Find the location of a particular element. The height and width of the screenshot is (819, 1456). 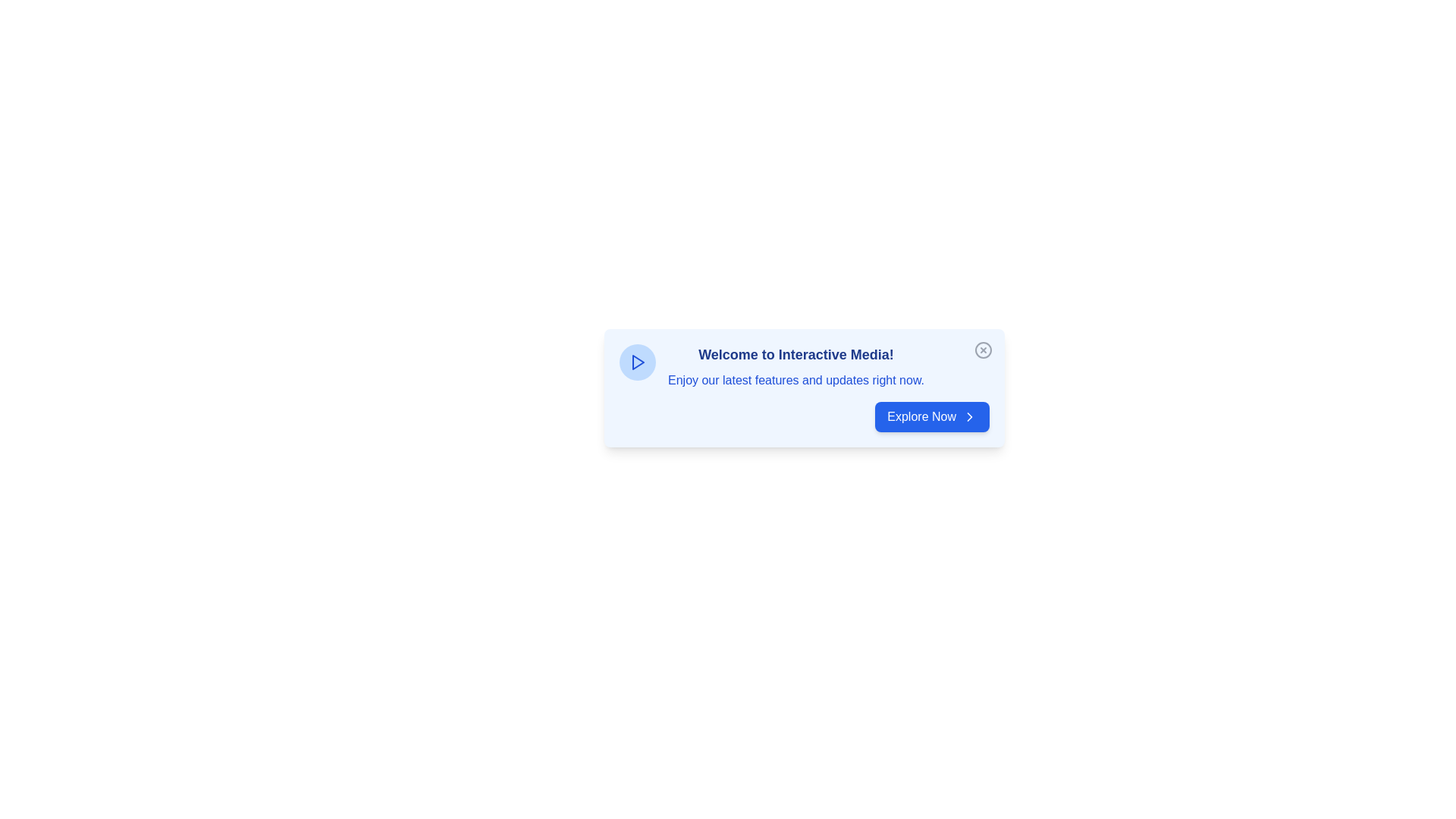

close button at the top-right corner of the alert to close it is located at coordinates (983, 350).